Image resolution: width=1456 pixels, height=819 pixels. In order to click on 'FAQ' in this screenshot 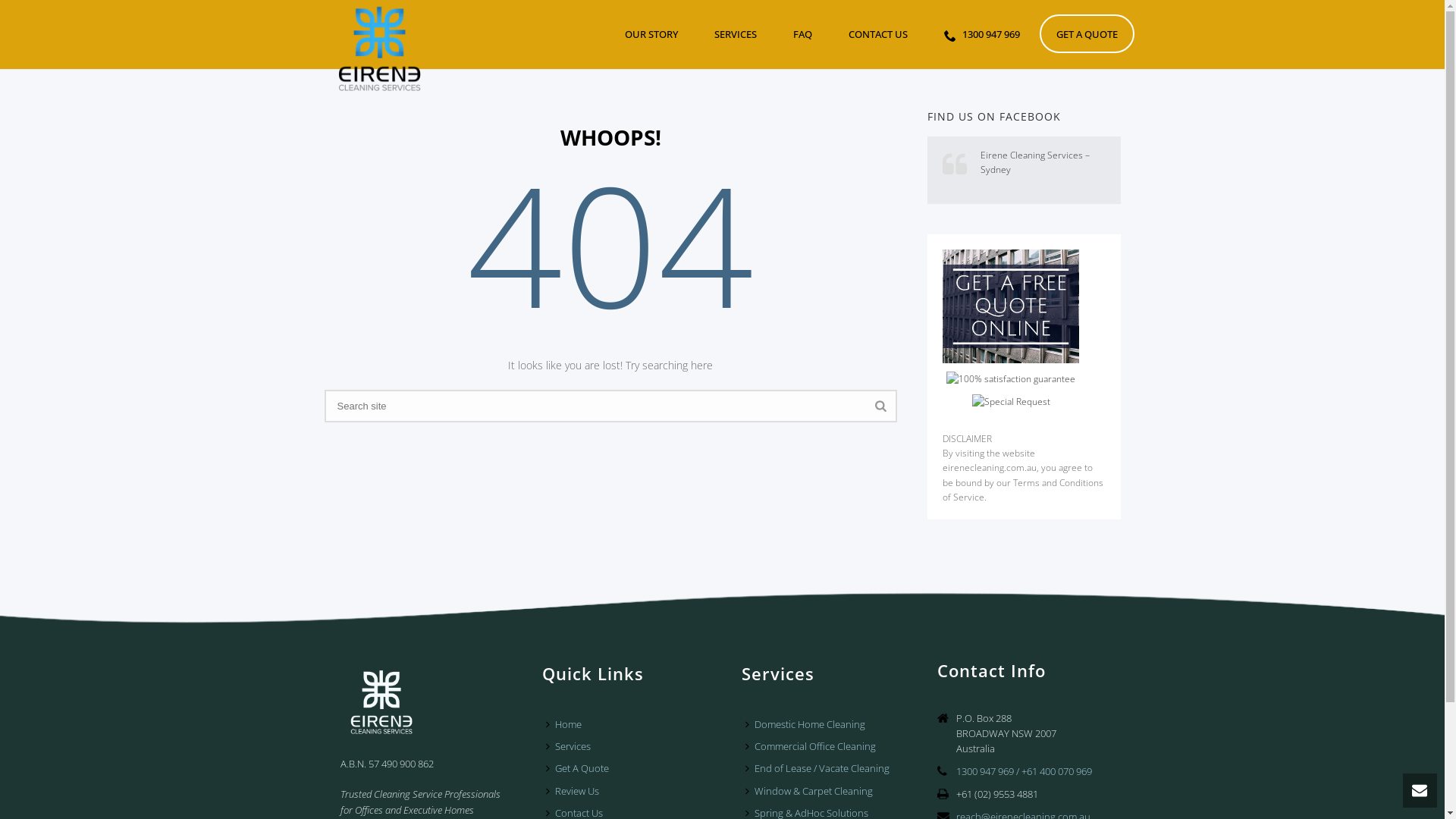, I will do `click(802, 33)`.